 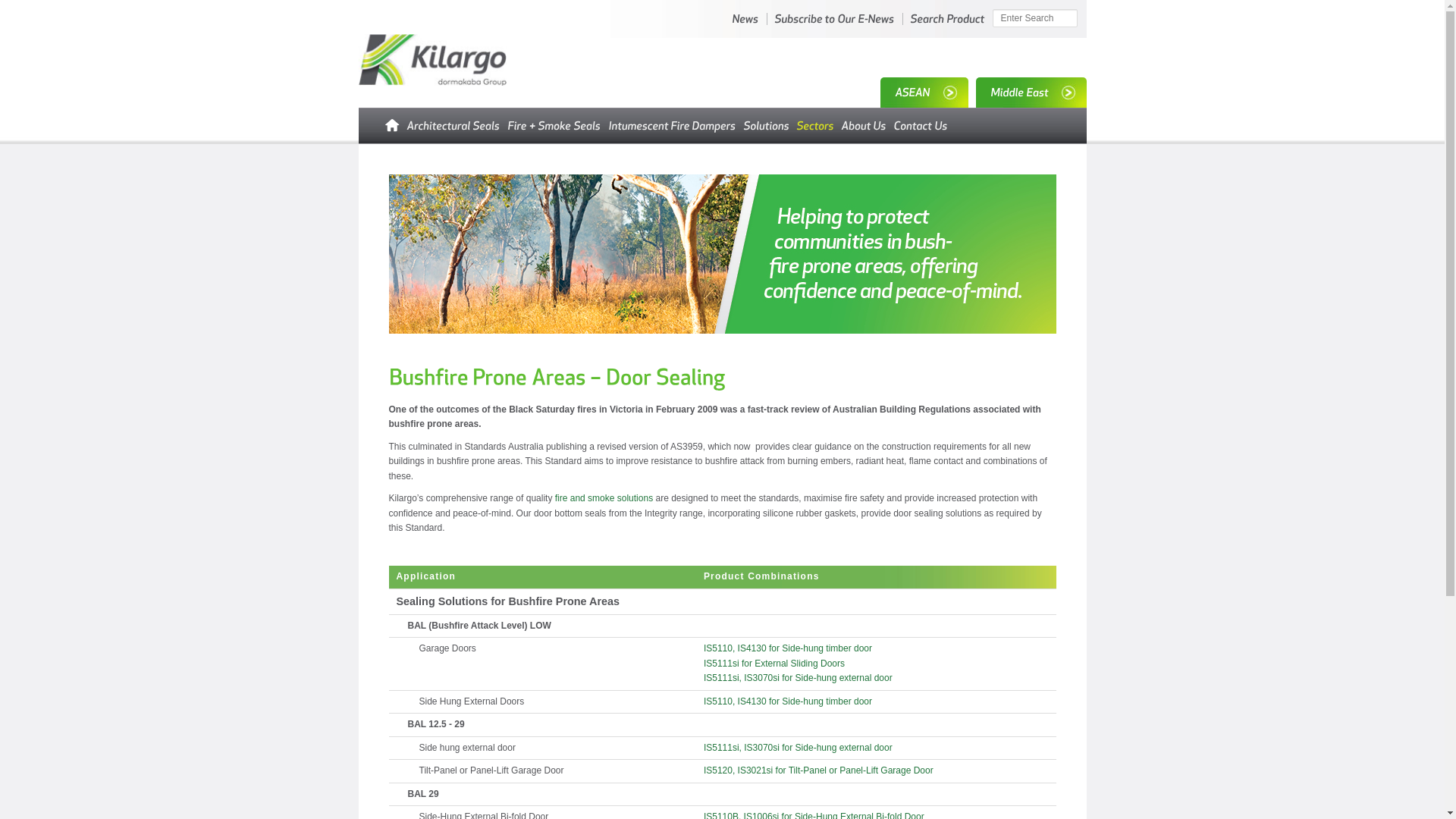 What do you see at coordinates (380, 124) in the screenshot?
I see `'Home'` at bounding box center [380, 124].